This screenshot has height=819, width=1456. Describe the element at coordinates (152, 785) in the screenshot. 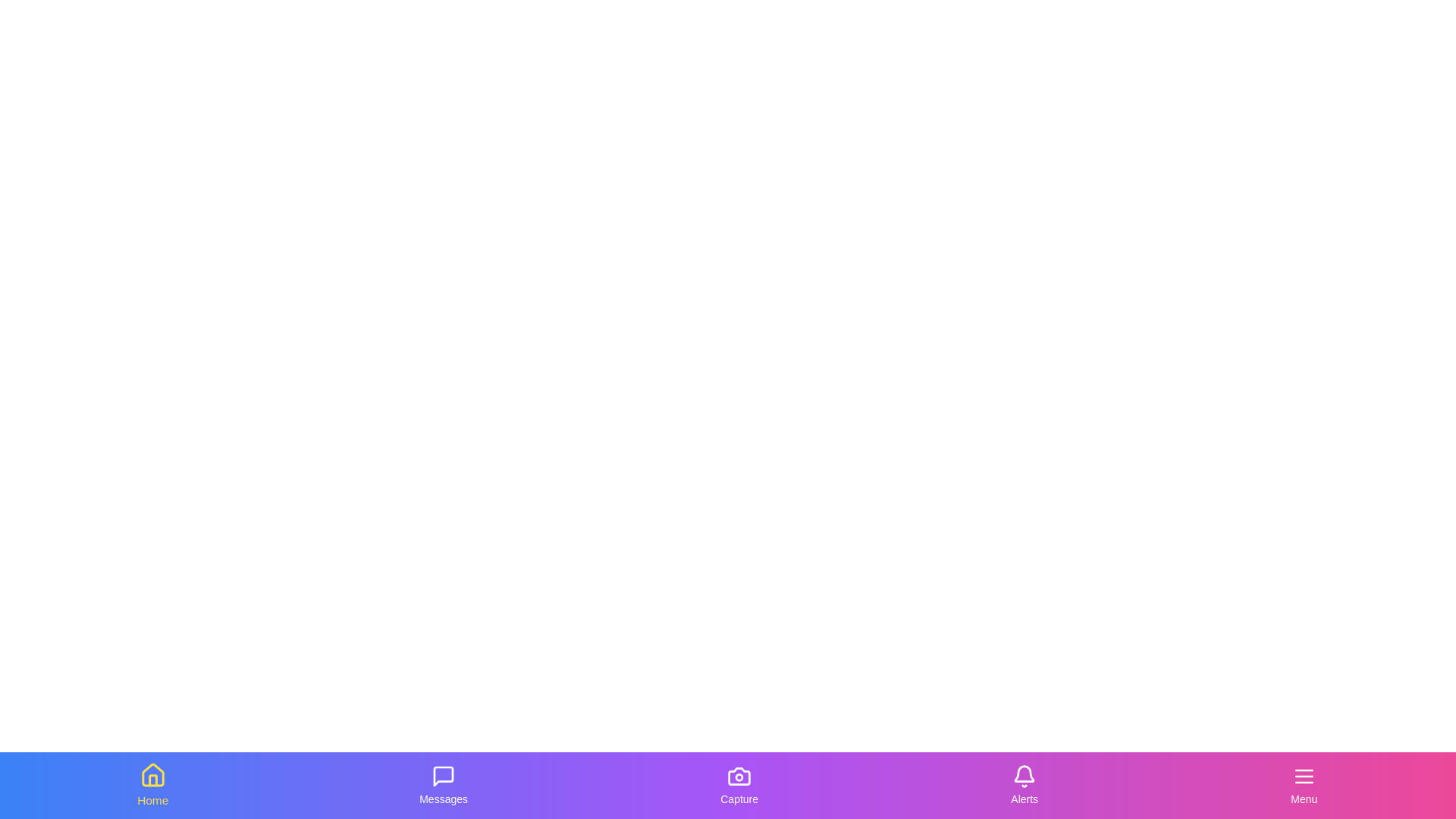

I see `the Home tab by clicking on its icon or label` at that location.